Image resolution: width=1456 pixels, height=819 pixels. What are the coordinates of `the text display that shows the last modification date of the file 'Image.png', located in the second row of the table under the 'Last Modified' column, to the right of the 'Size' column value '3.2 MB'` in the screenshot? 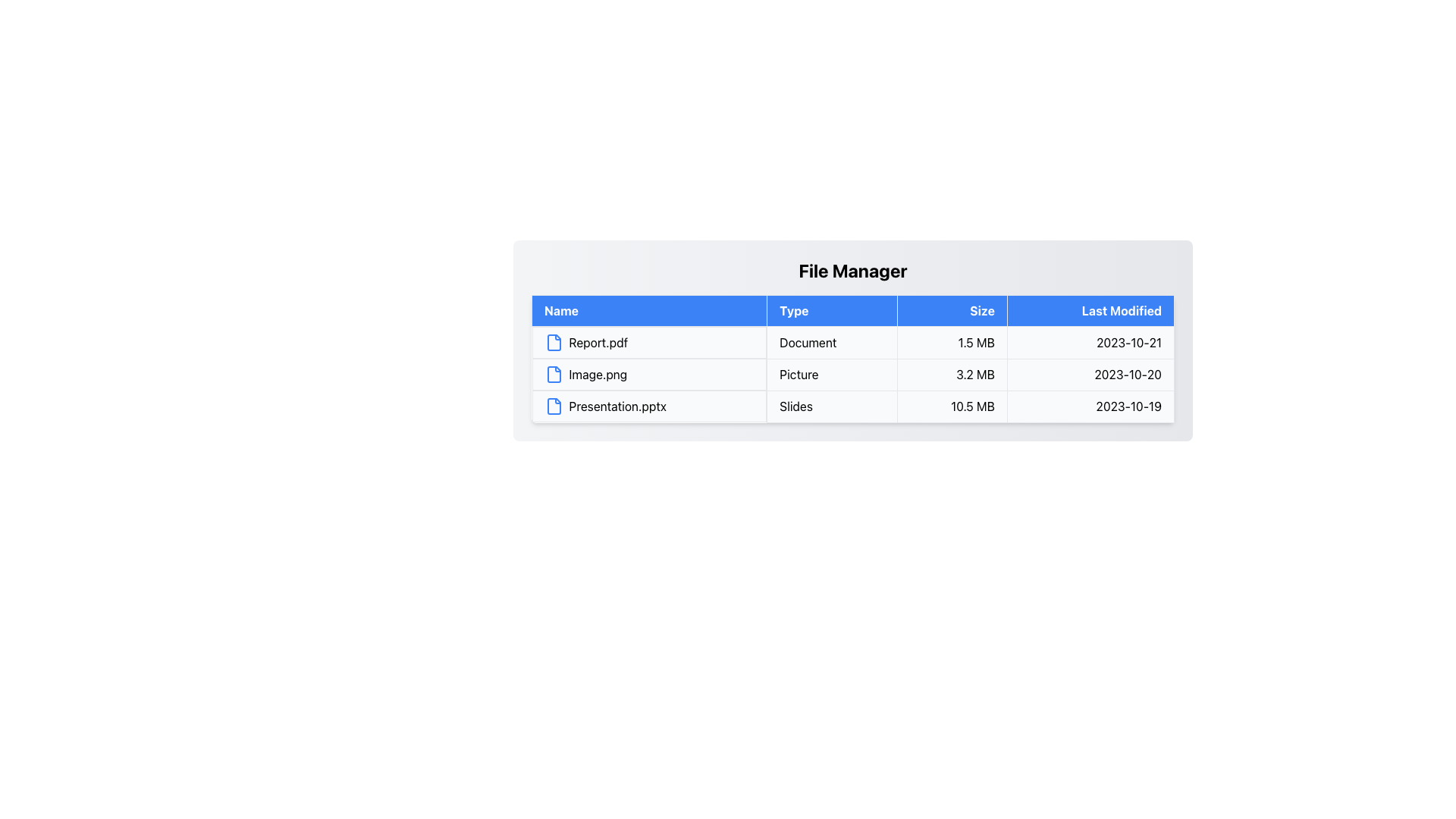 It's located at (1090, 374).